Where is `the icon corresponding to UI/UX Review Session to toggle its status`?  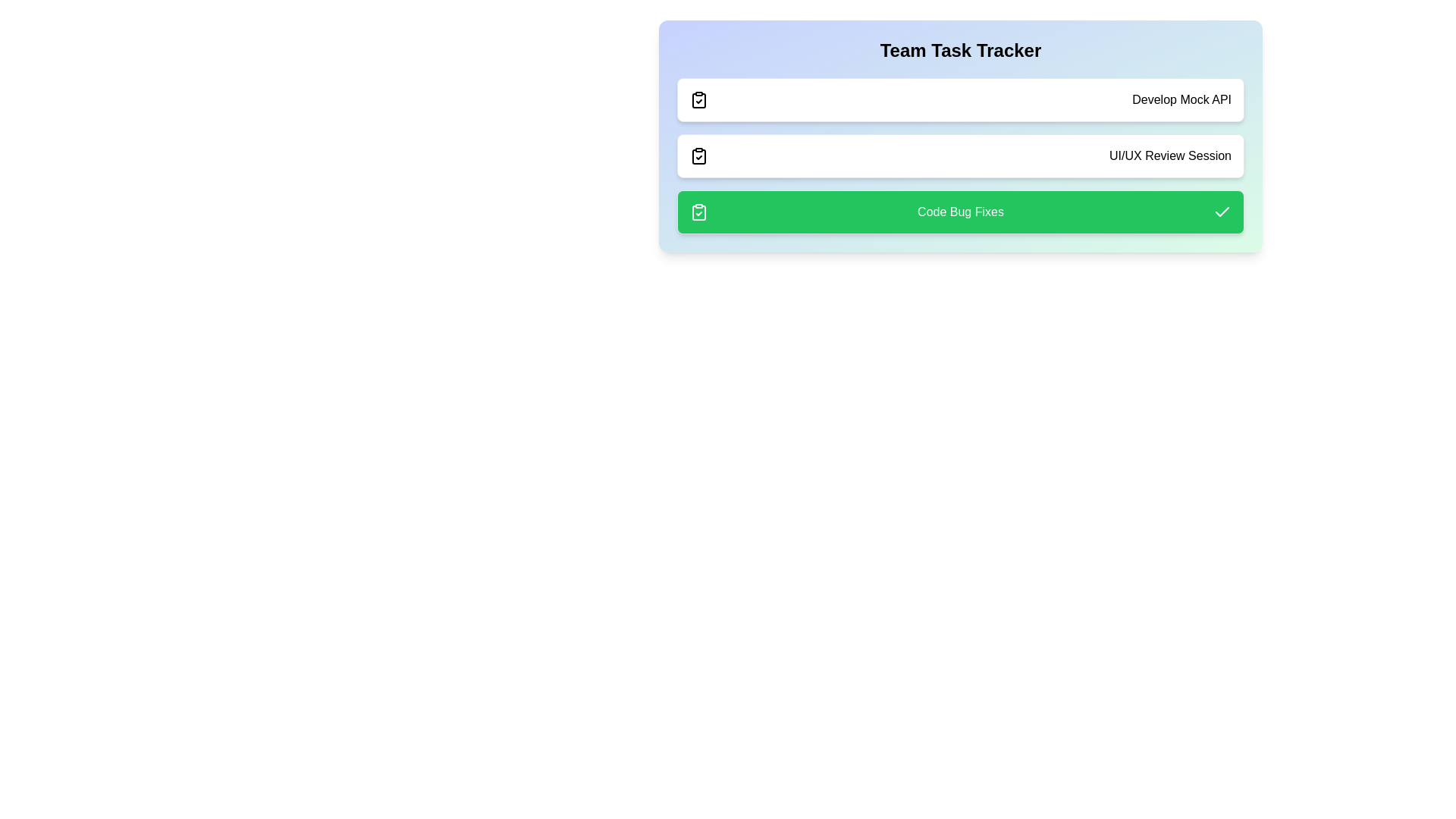 the icon corresponding to UI/UX Review Session to toggle its status is located at coordinates (698, 155).